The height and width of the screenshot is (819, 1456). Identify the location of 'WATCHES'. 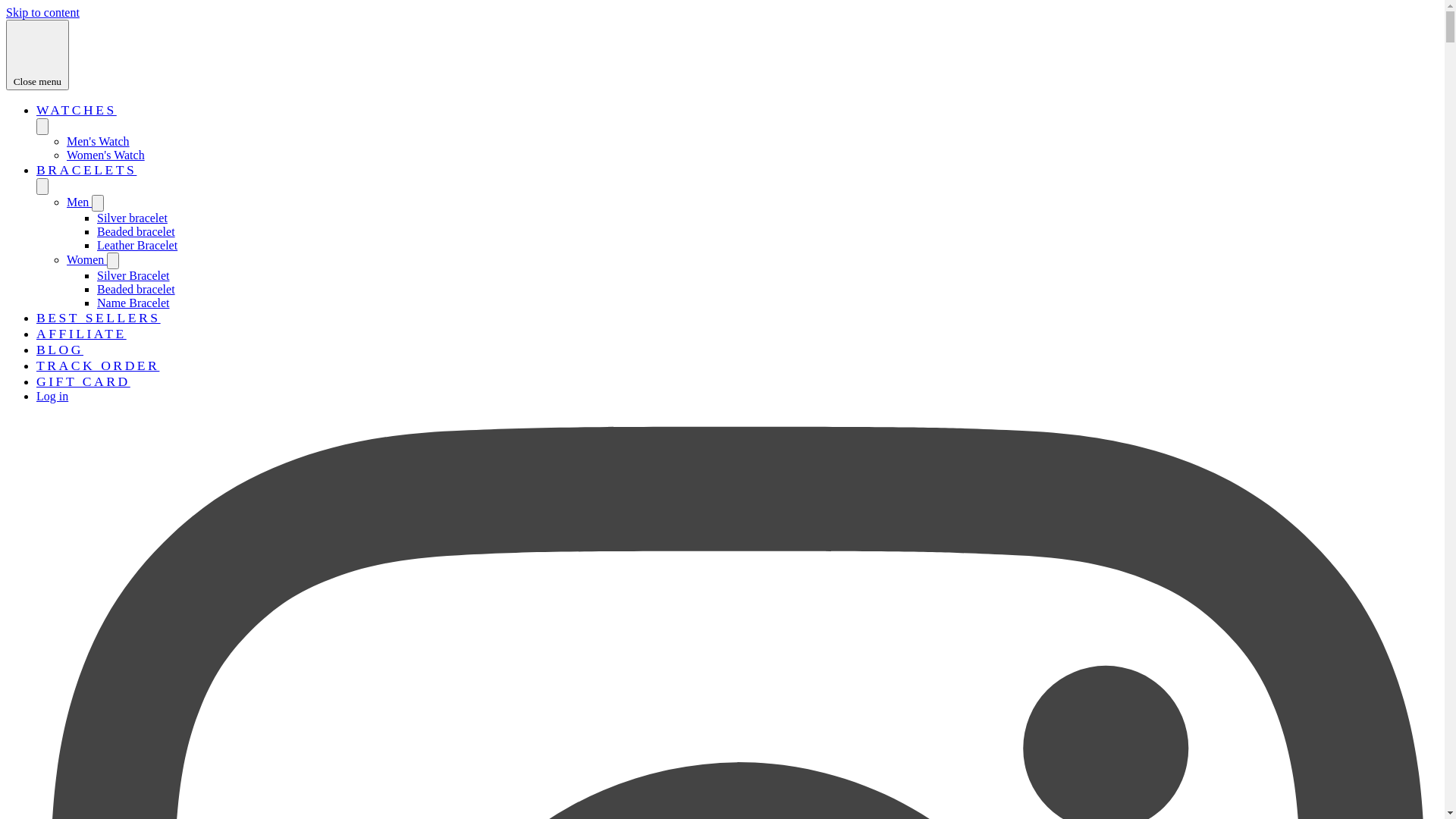
(75, 109).